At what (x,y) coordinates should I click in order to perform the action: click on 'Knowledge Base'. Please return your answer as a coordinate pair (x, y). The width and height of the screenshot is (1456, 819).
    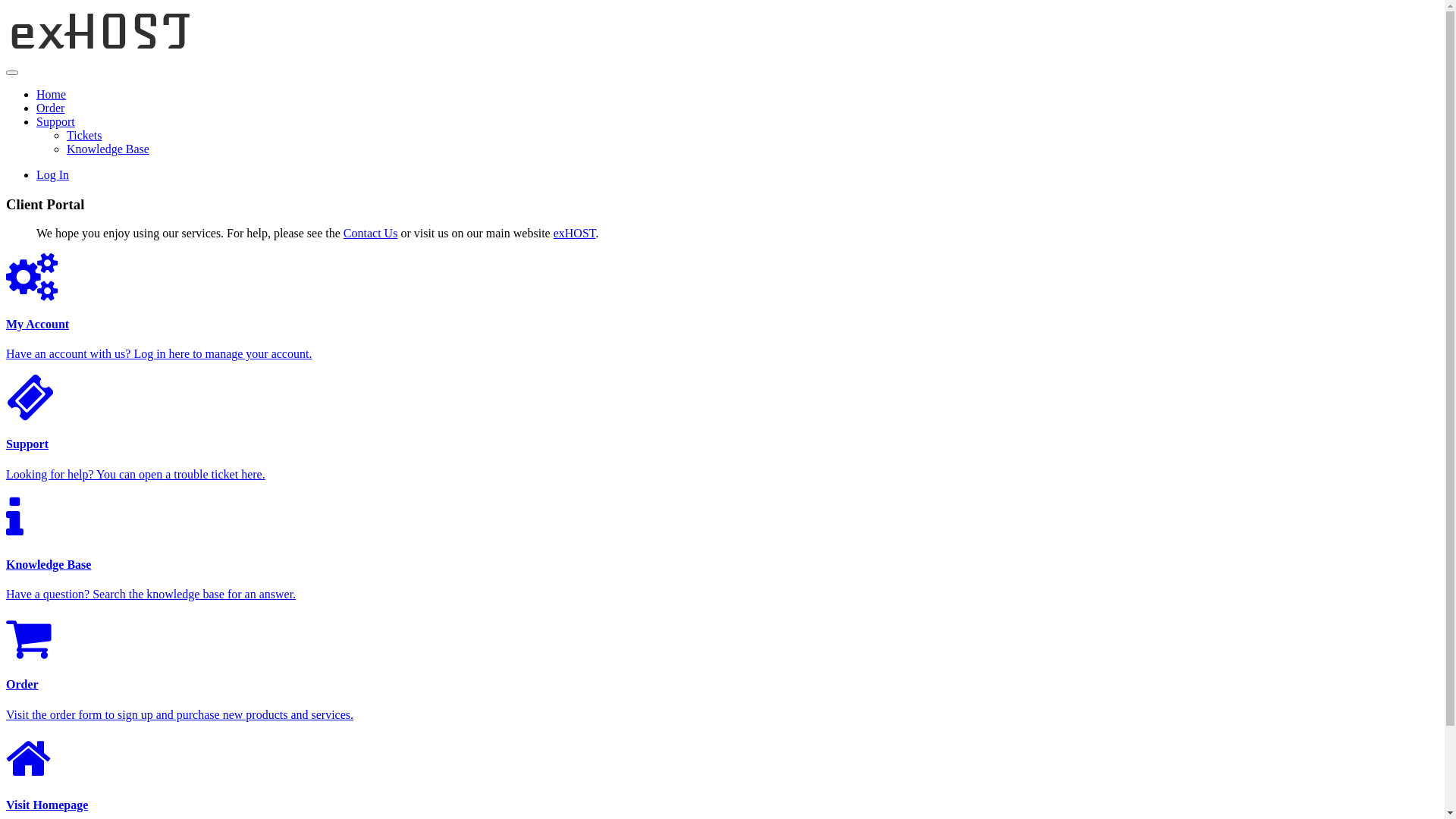
    Looking at the image, I should click on (65, 149).